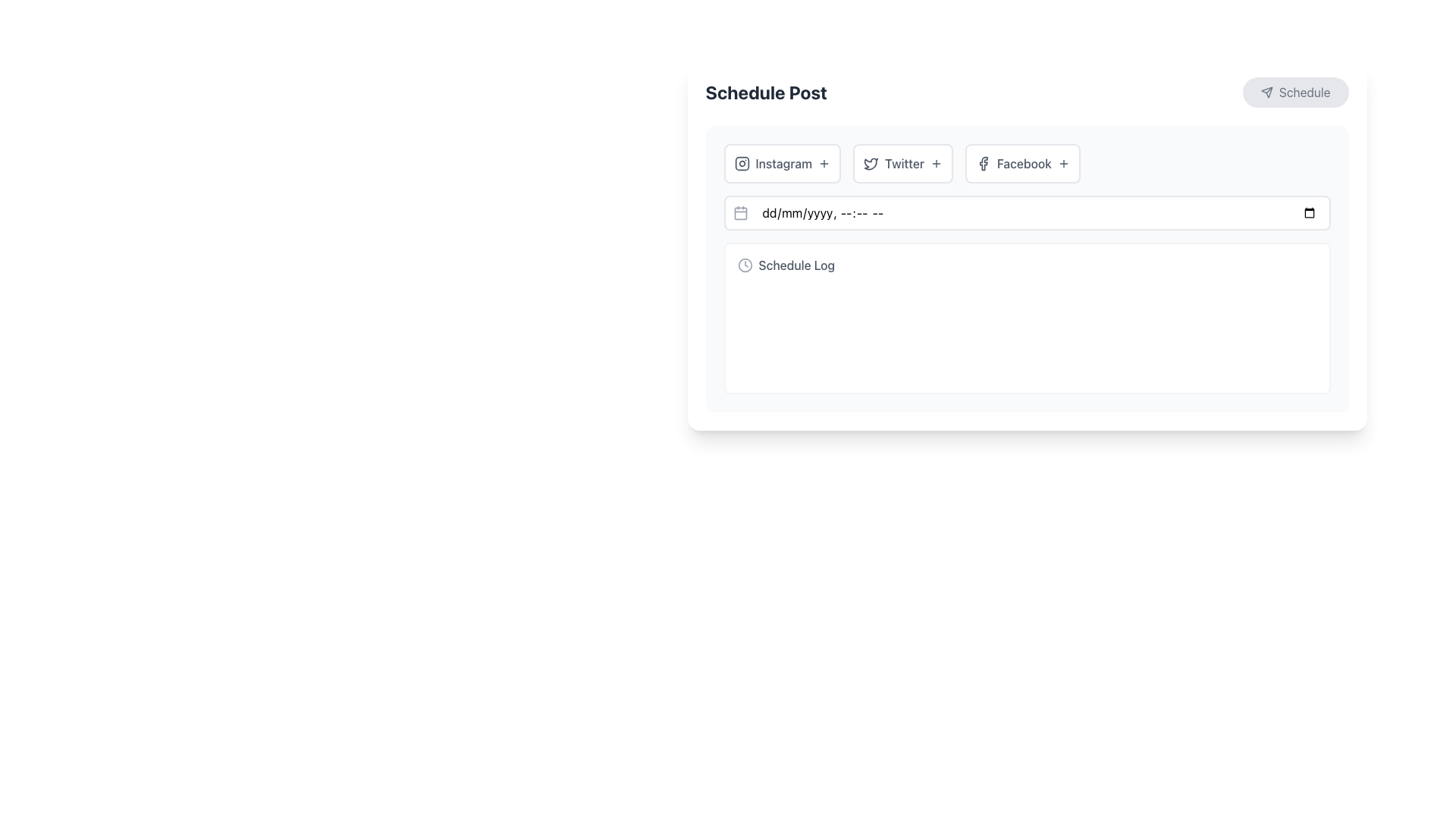  I want to click on the Facebook icon located, so click(983, 164).